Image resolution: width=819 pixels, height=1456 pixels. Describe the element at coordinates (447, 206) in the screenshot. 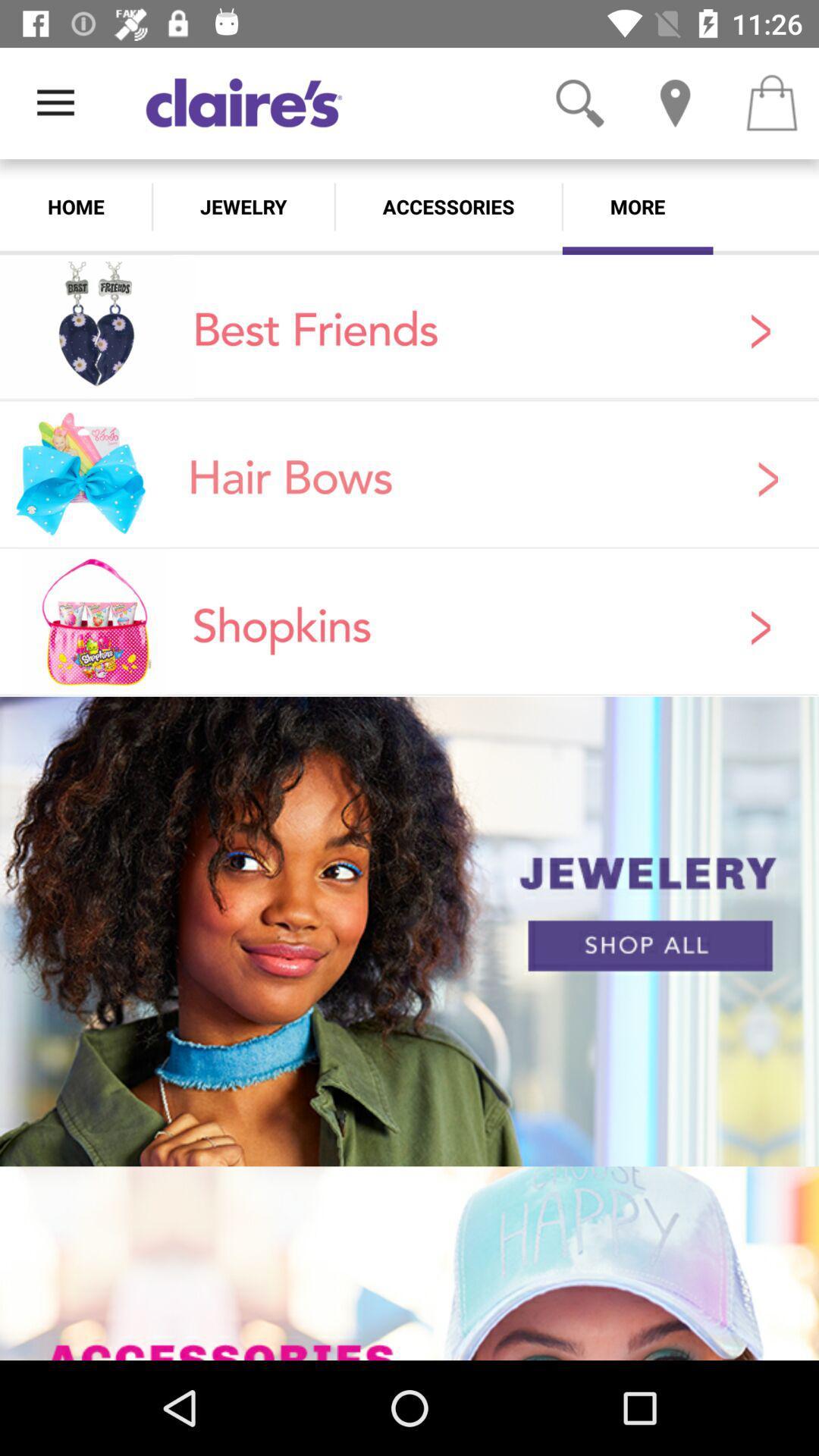

I see `the accessories icon` at that location.